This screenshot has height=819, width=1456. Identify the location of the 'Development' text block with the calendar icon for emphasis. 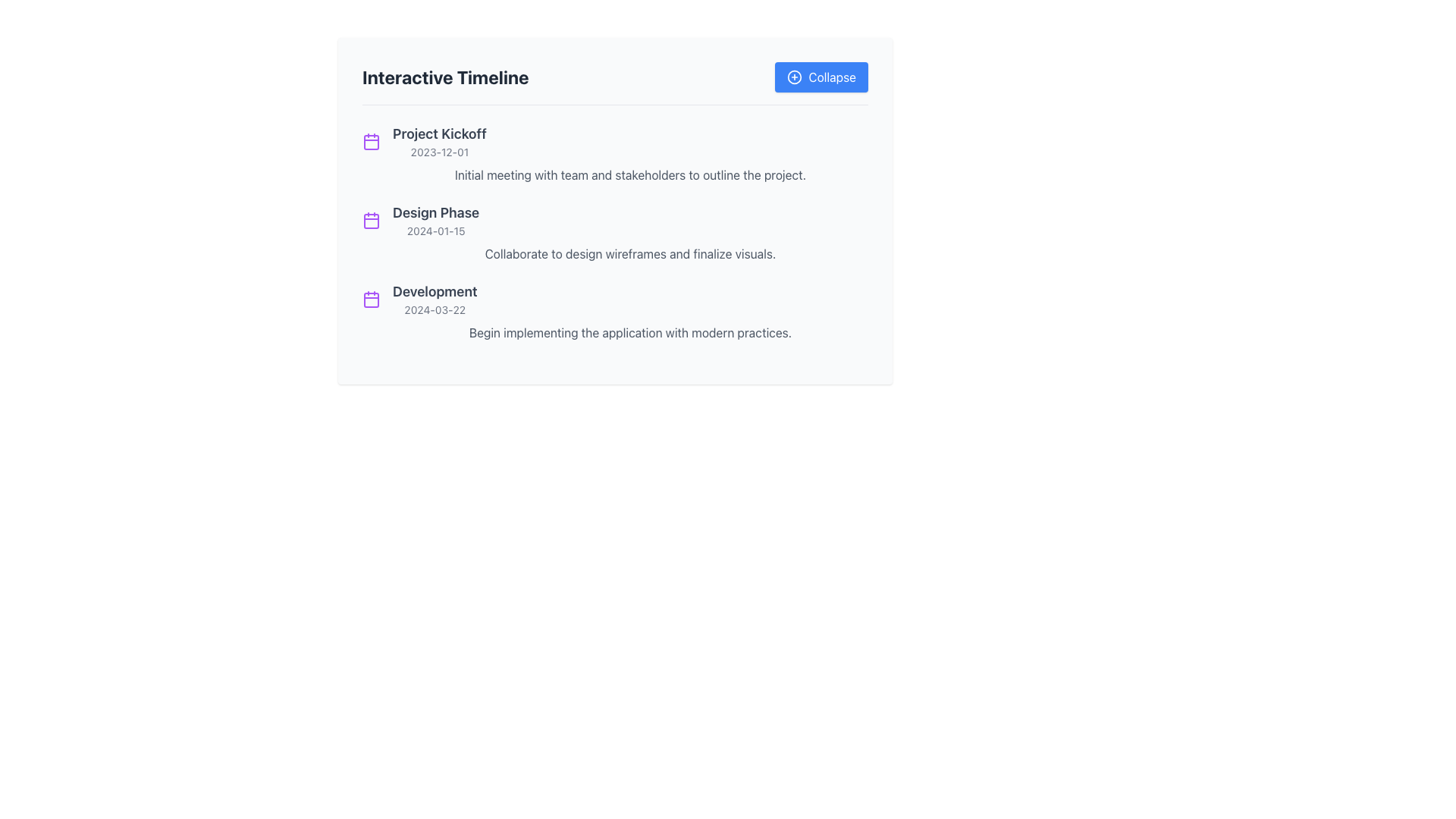
(615, 299).